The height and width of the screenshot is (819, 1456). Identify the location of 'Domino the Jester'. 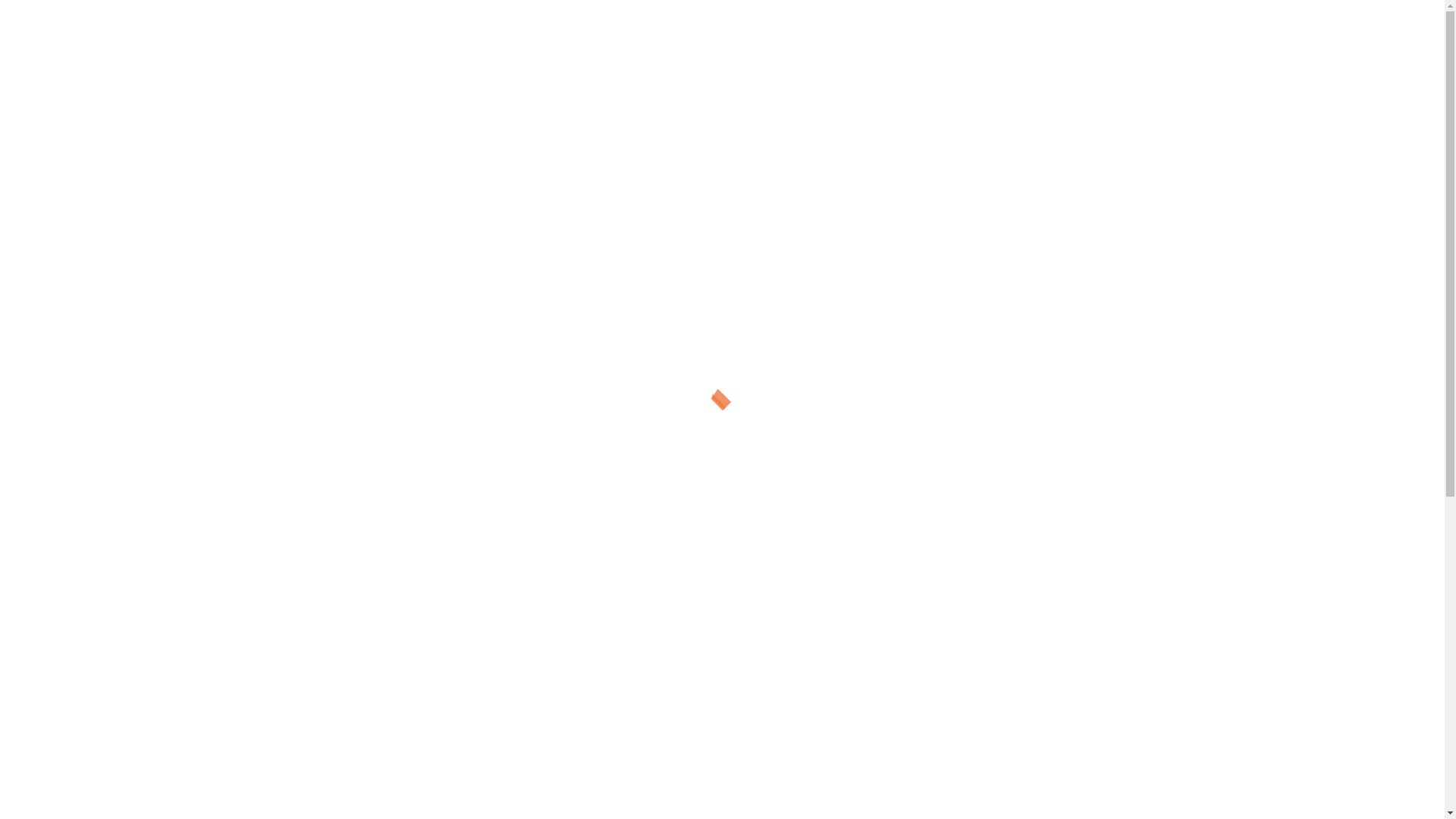
(488, 140).